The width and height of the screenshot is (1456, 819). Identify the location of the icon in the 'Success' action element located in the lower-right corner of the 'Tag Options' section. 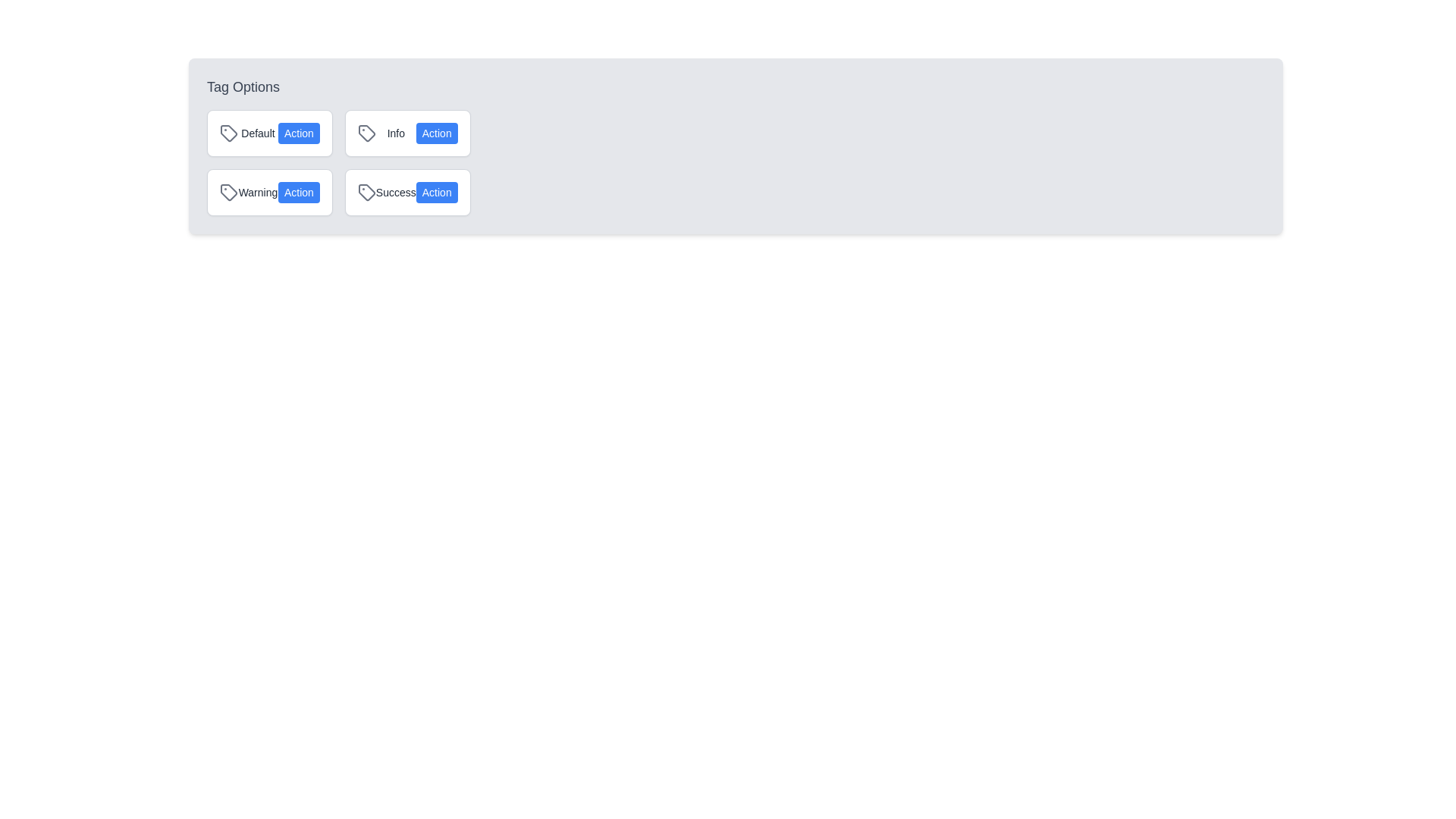
(407, 192).